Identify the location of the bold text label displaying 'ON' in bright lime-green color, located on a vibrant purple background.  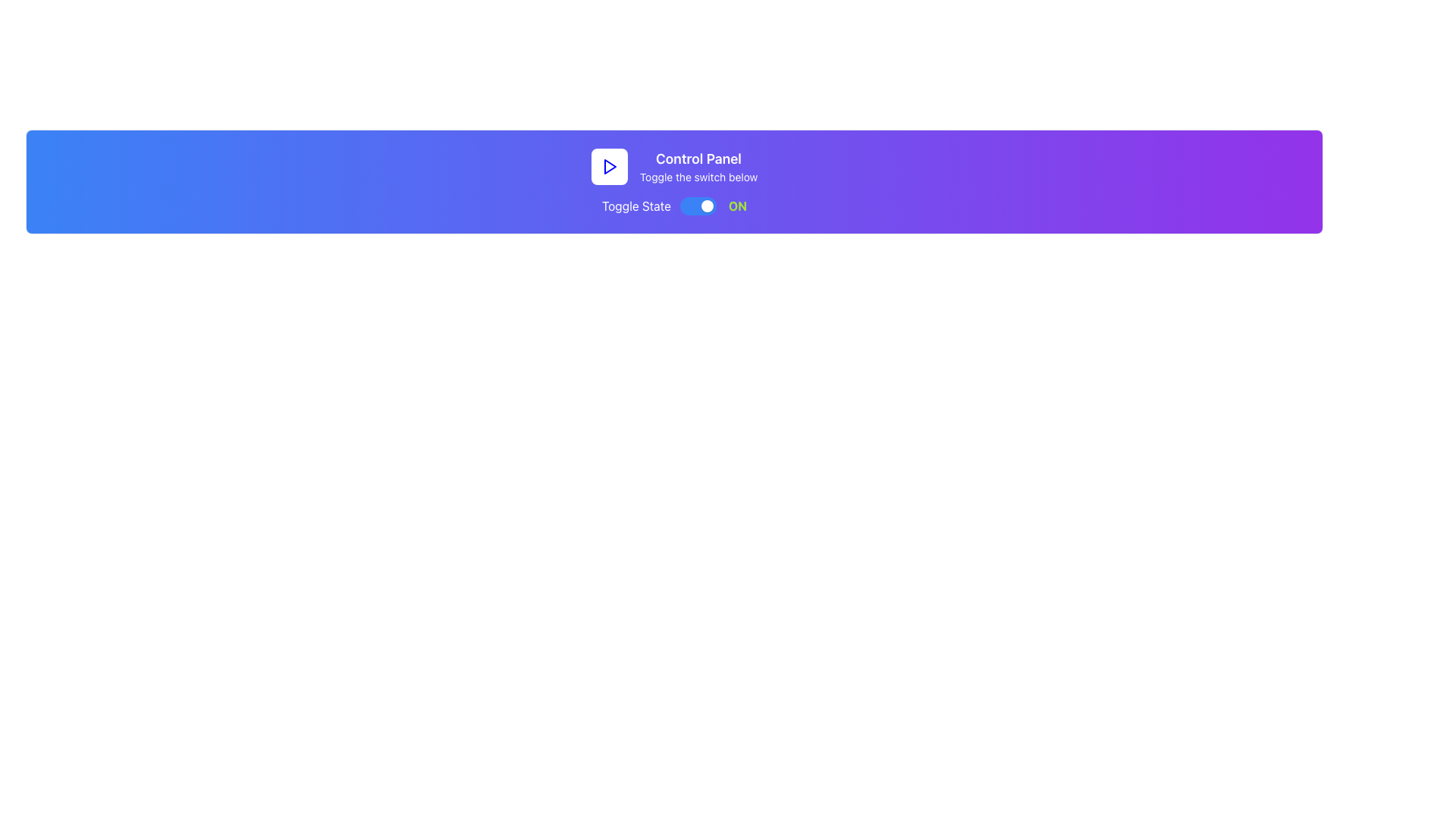
(738, 206).